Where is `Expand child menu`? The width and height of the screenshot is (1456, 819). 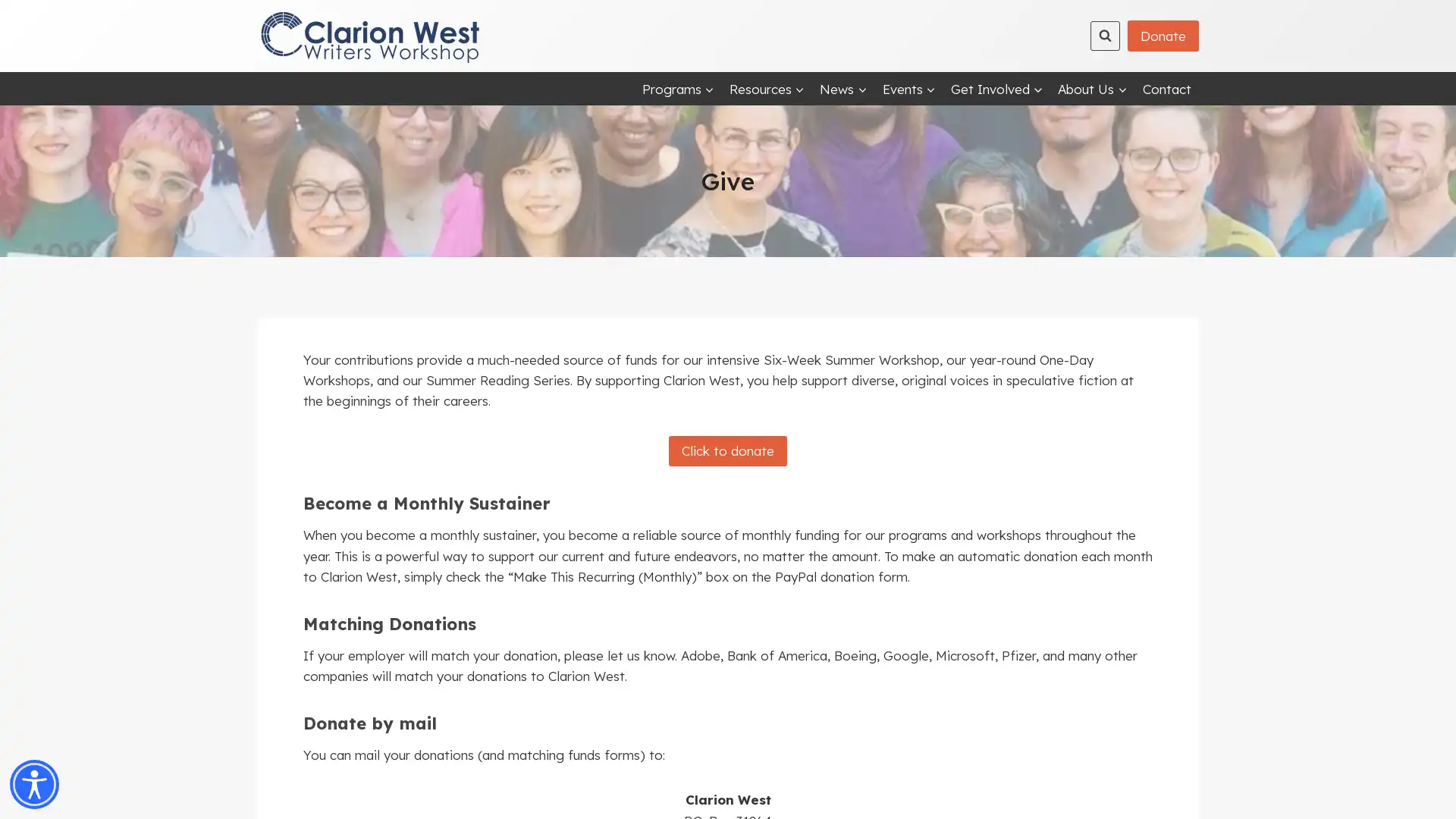
Expand child menu is located at coordinates (676, 88).